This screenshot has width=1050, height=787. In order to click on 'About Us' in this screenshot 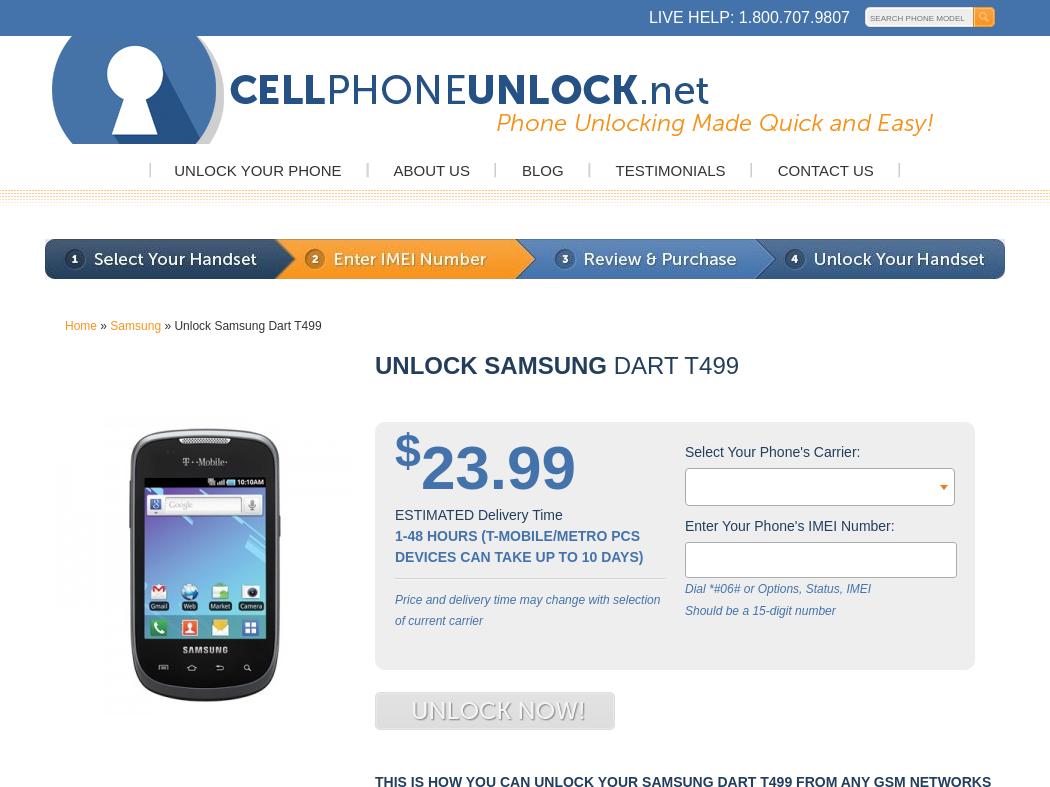, I will do `click(430, 169)`.